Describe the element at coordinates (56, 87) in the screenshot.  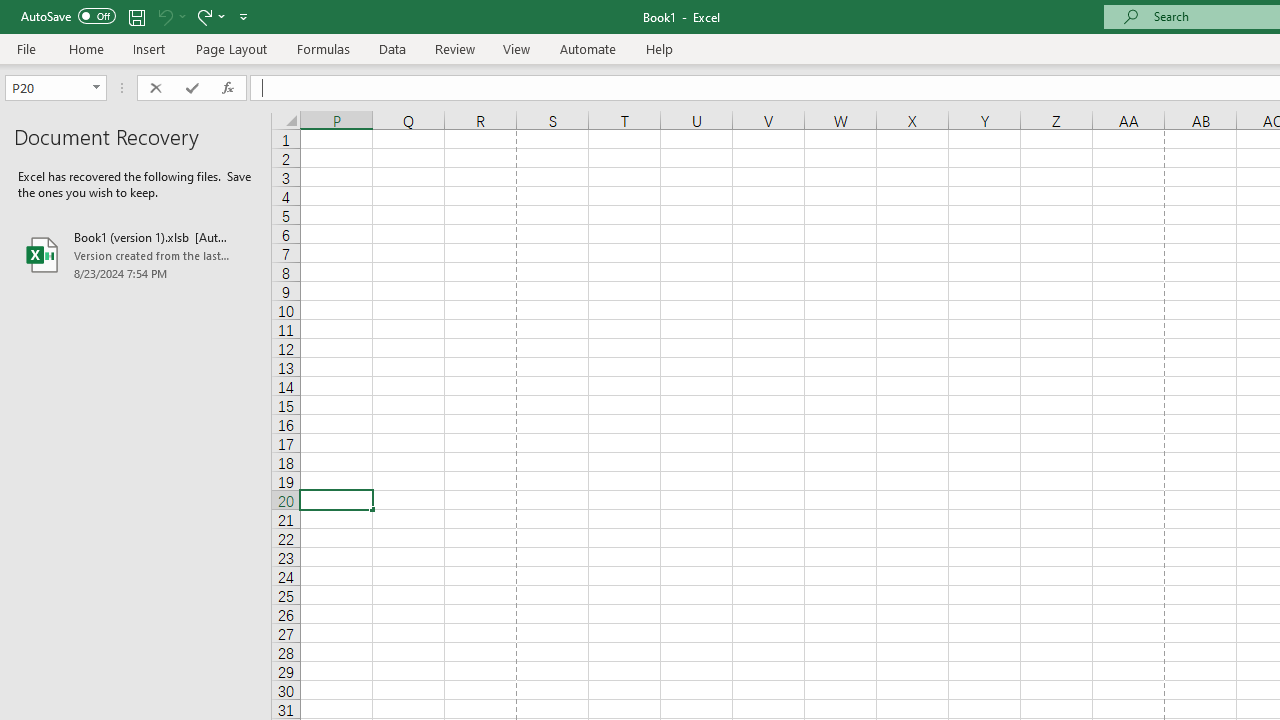
I see `'Name Box'` at that location.